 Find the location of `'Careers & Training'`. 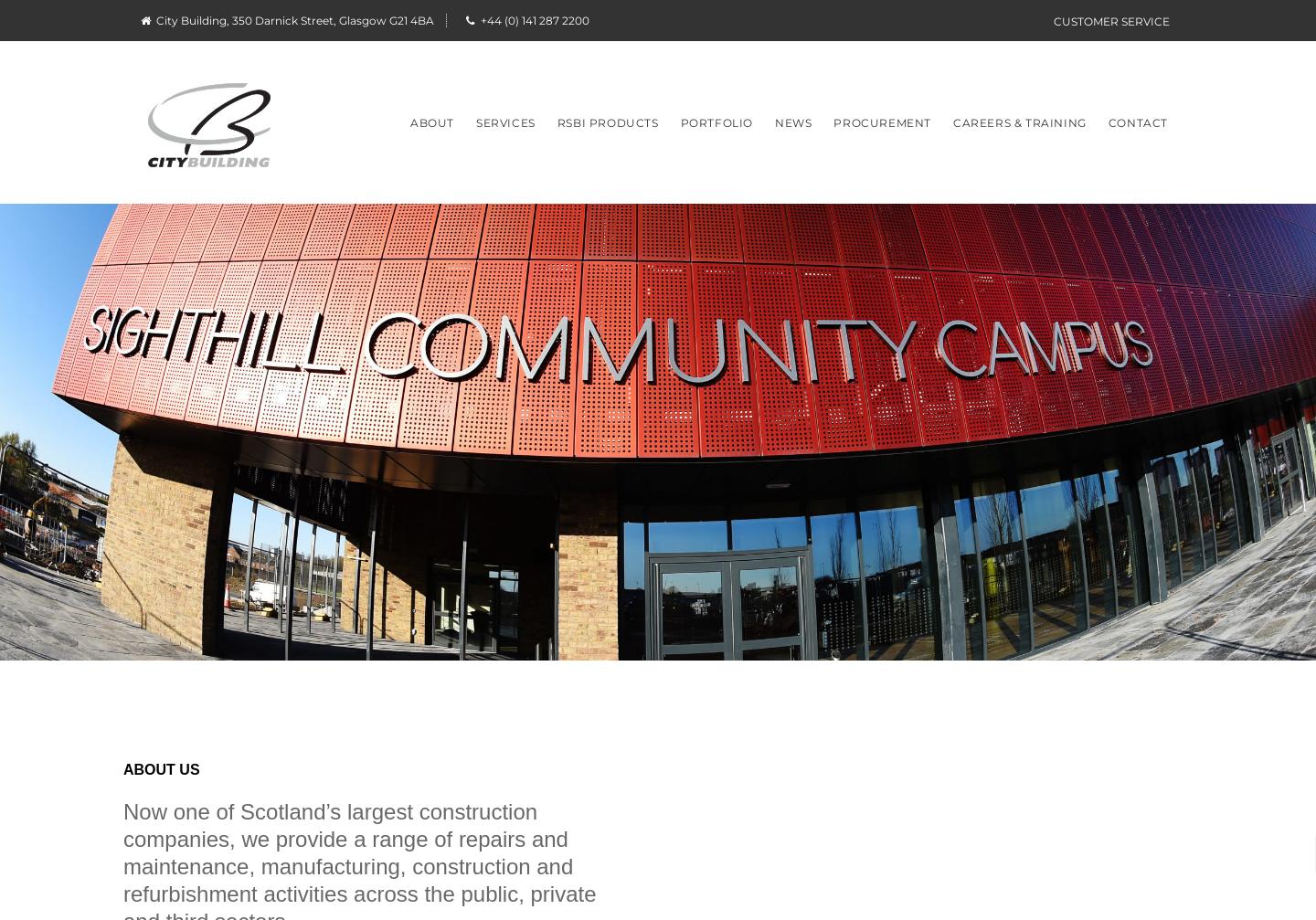

'Careers & Training' is located at coordinates (1017, 122).